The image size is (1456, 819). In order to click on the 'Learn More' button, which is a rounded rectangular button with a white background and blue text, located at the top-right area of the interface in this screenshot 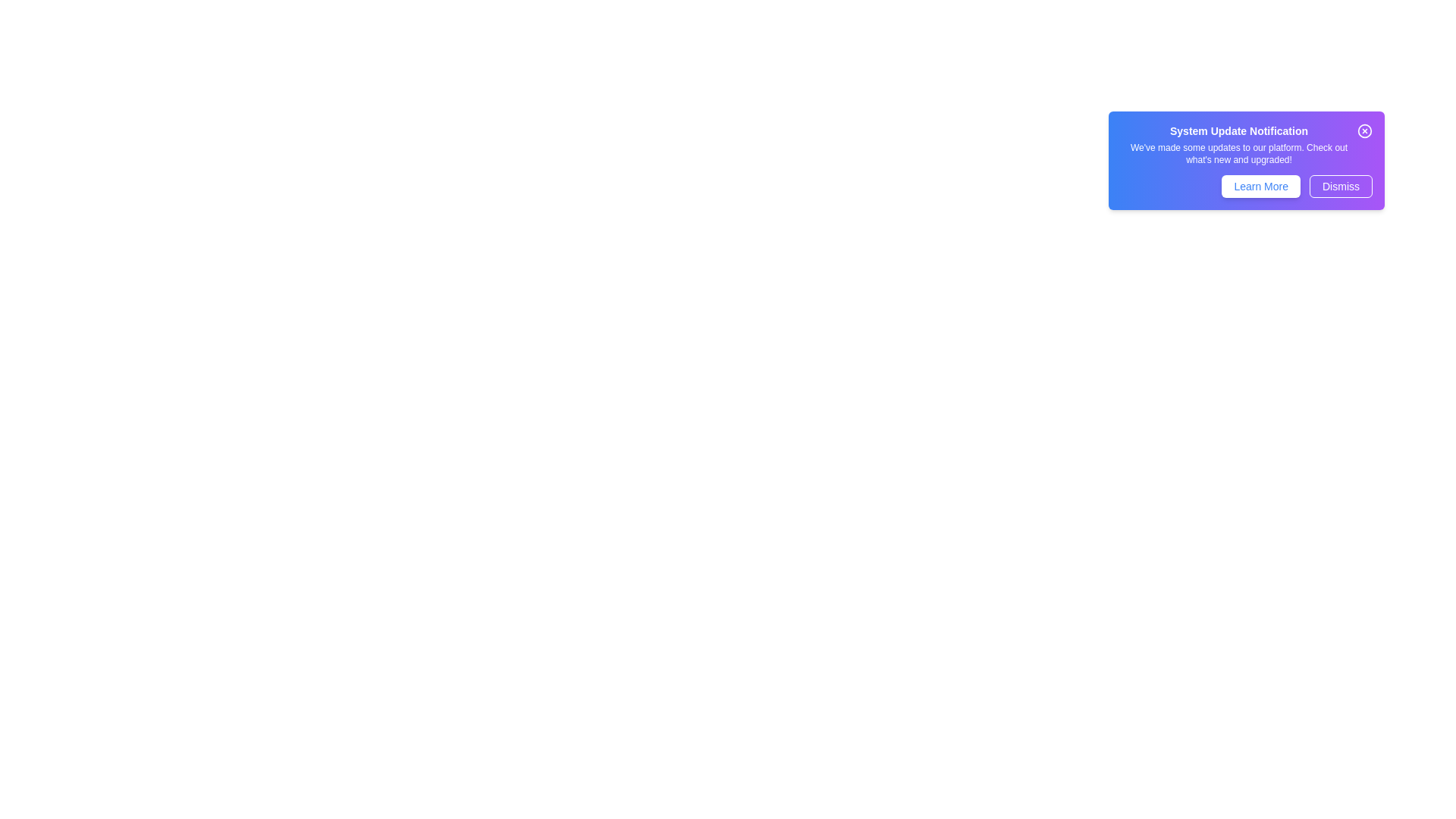, I will do `click(1261, 186)`.